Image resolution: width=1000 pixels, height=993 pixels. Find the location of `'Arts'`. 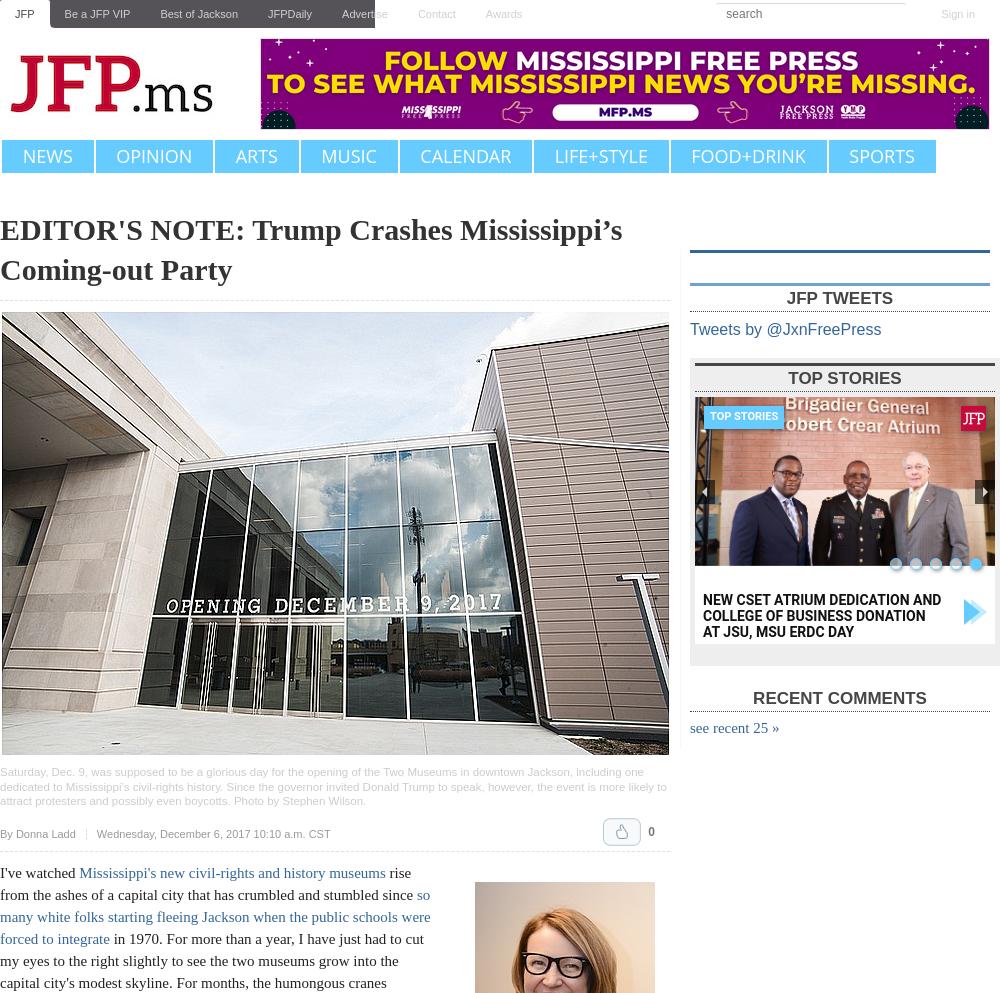

'Arts' is located at coordinates (234, 155).